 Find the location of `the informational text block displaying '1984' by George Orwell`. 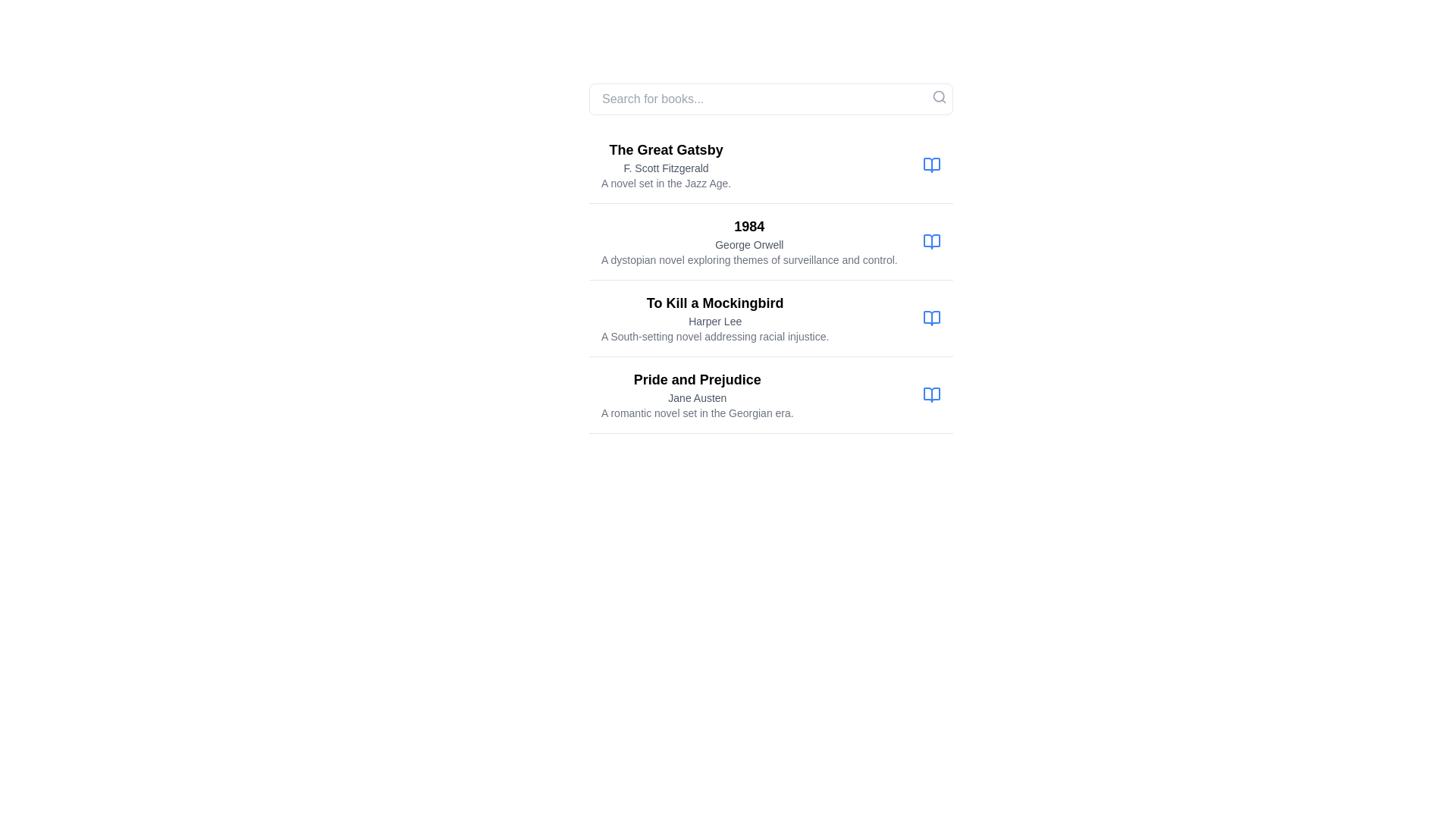

the informational text block displaying '1984' by George Orwell is located at coordinates (749, 241).